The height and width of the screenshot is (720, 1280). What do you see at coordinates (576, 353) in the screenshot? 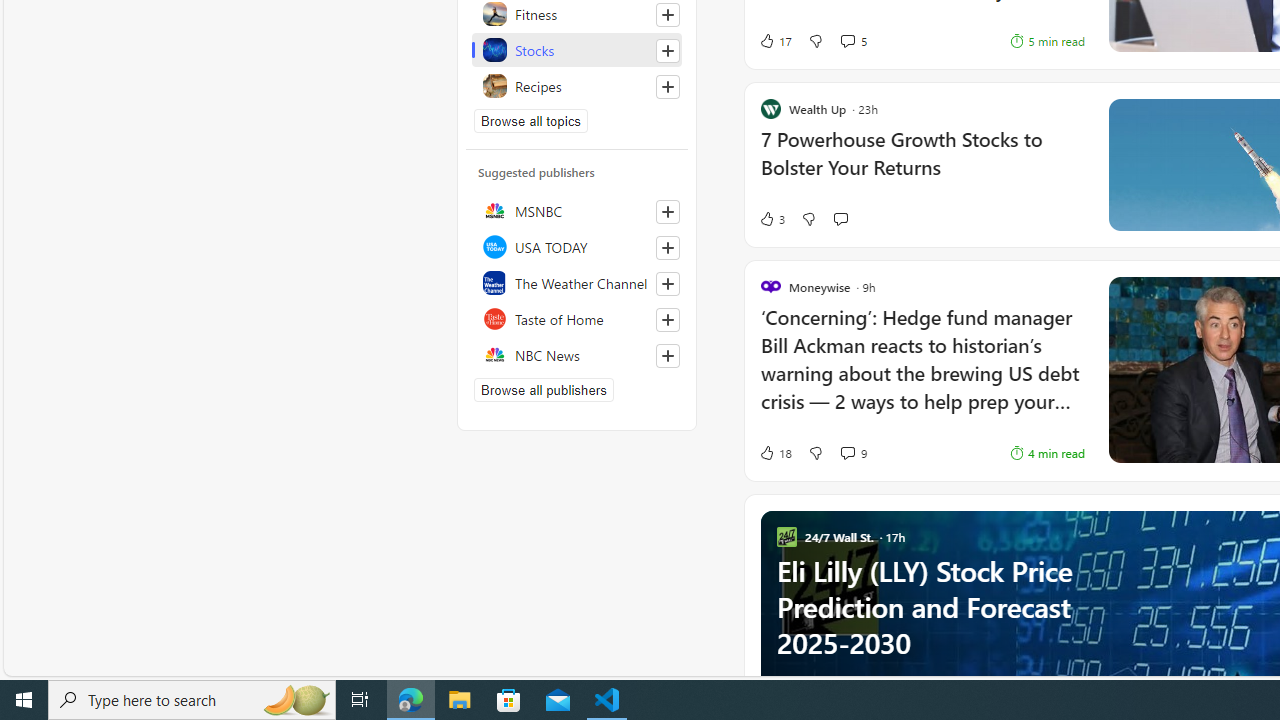
I see `'NBC News'` at bounding box center [576, 353].